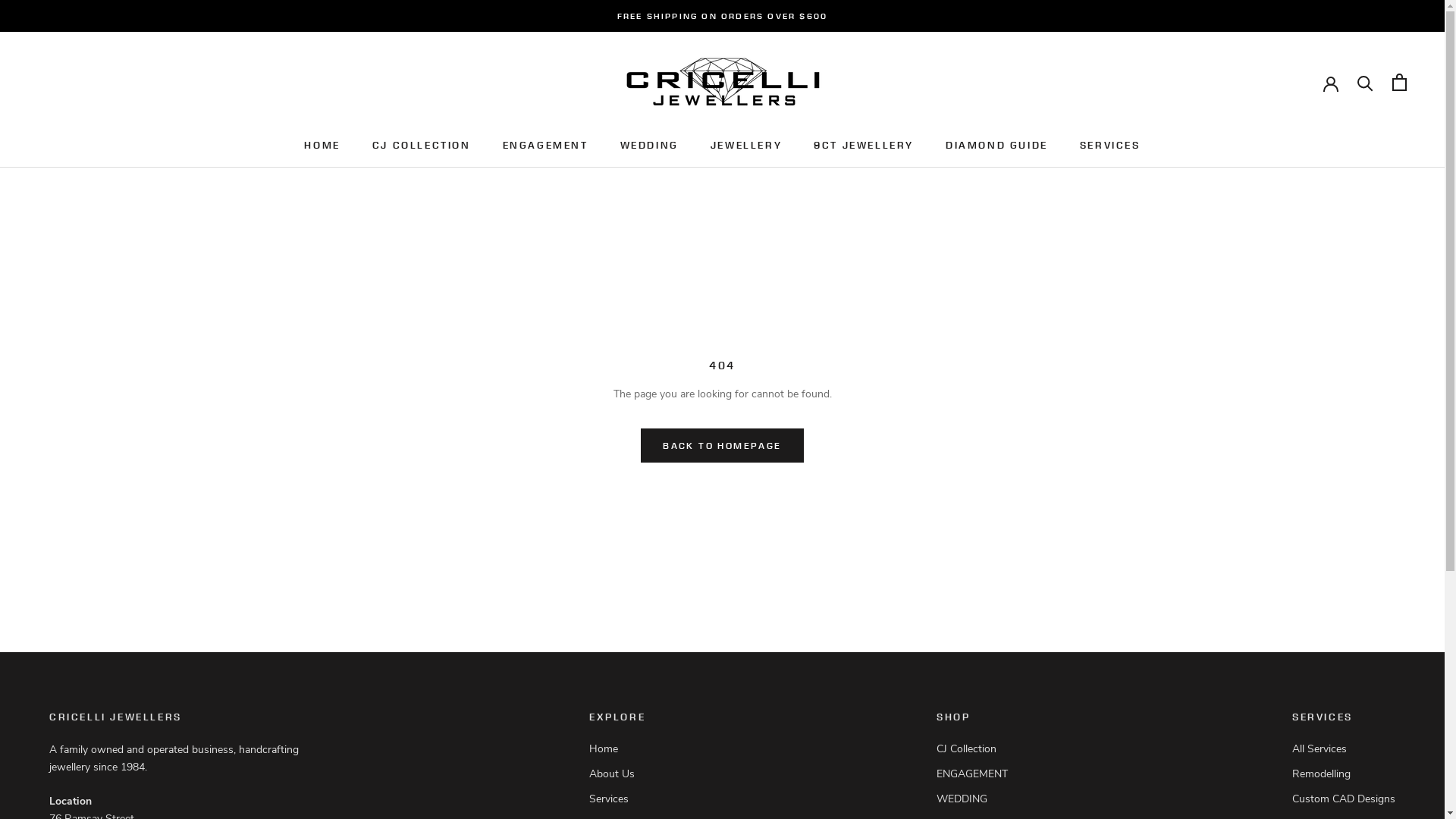 The width and height of the screenshot is (1456, 819). Describe the element at coordinates (935, 748) in the screenshot. I see `'CJ Collection'` at that location.